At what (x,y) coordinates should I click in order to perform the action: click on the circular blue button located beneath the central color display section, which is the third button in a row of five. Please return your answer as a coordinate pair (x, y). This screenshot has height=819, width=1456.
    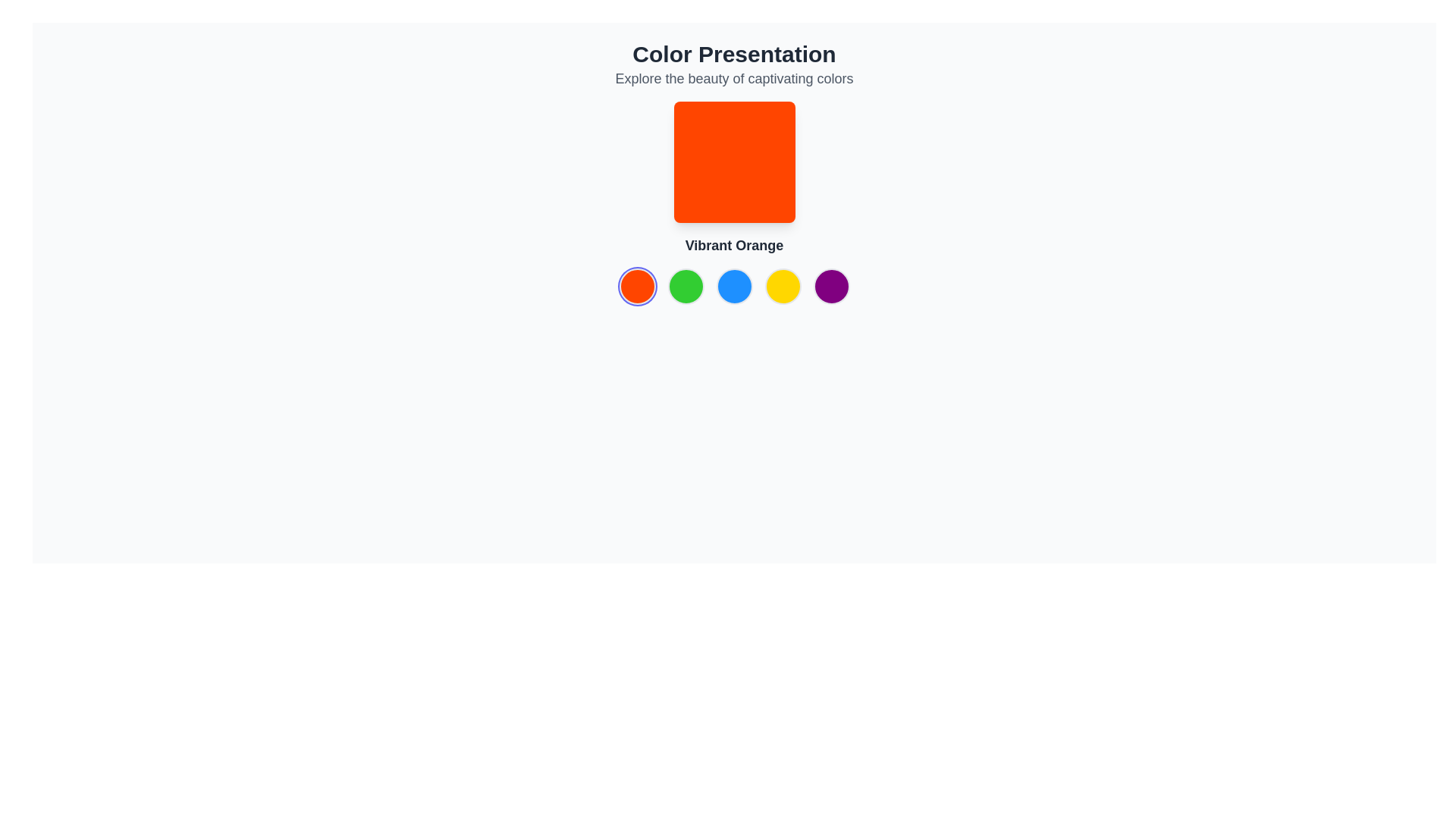
    Looking at the image, I should click on (734, 287).